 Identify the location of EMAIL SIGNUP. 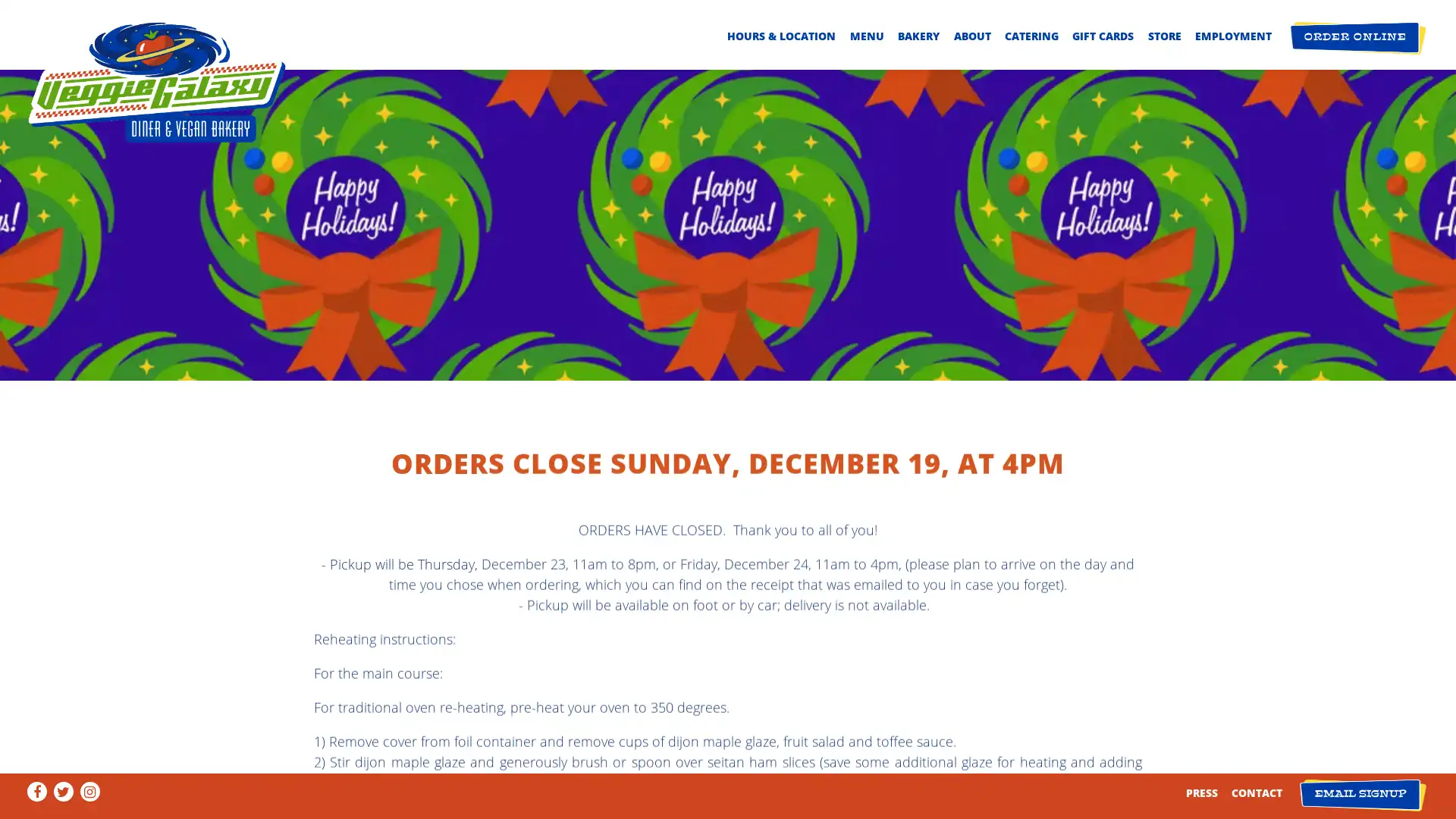
(1362, 794).